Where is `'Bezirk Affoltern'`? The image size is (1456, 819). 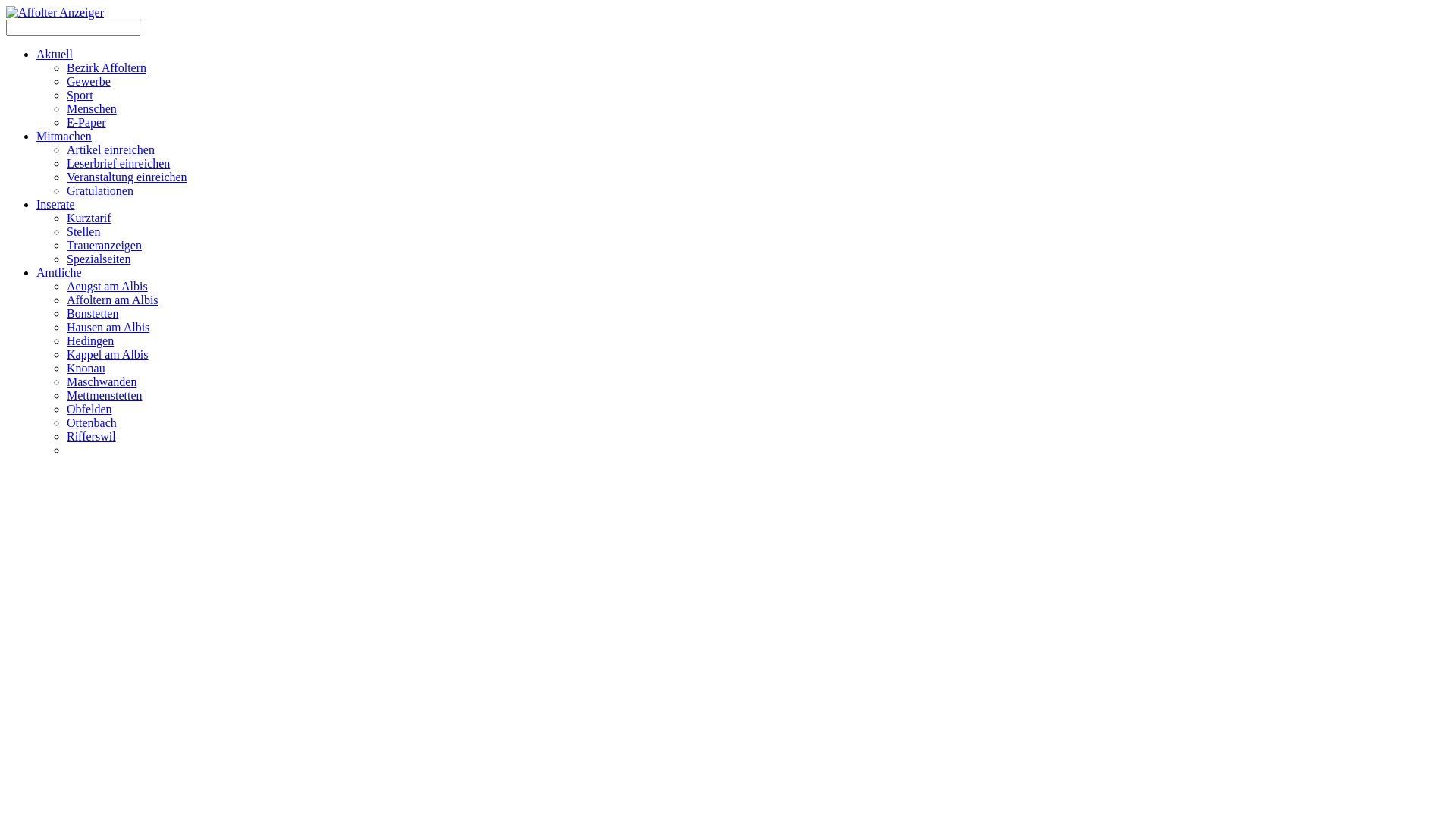
'Bezirk Affoltern' is located at coordinates (105, 67).